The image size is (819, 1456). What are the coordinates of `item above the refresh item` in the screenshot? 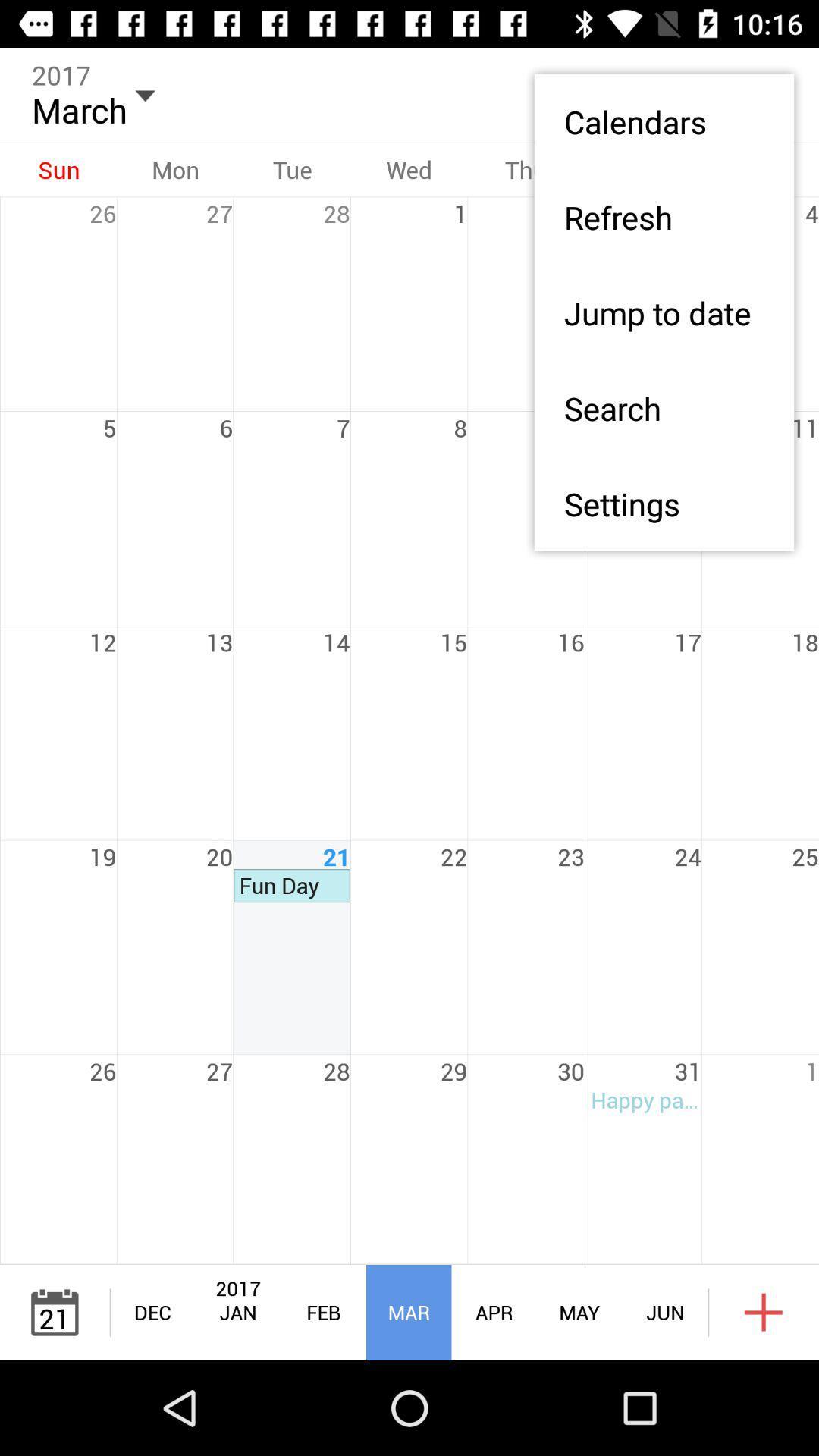 It's located at (663, 121).